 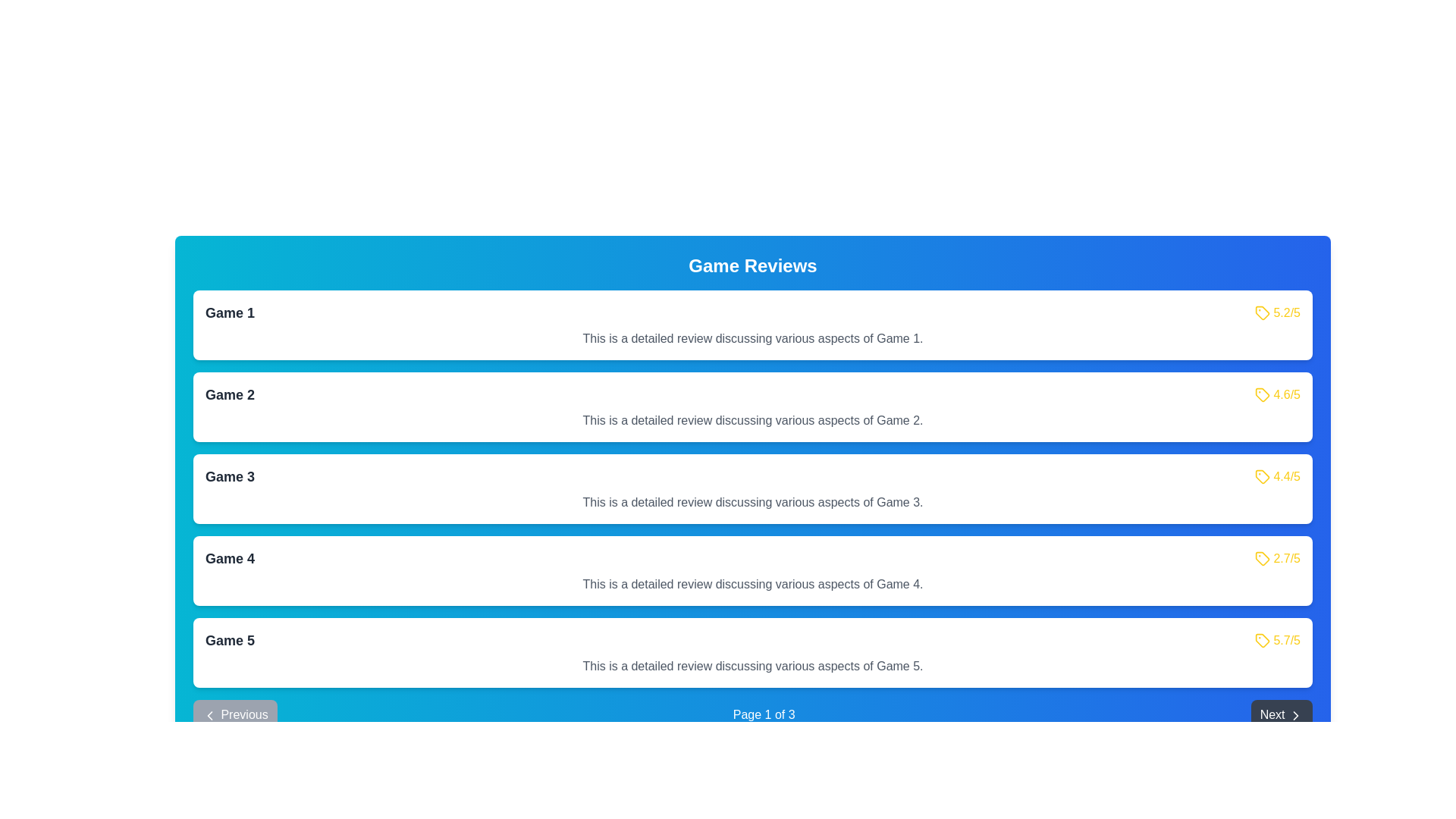 What do you see at coordinates (1286, 312) in the screenshot?
I see `displayed rating score from the Text label located in the topmost row of the review entries, positioned next to a tag icon` at bounding box center [1286, 312].